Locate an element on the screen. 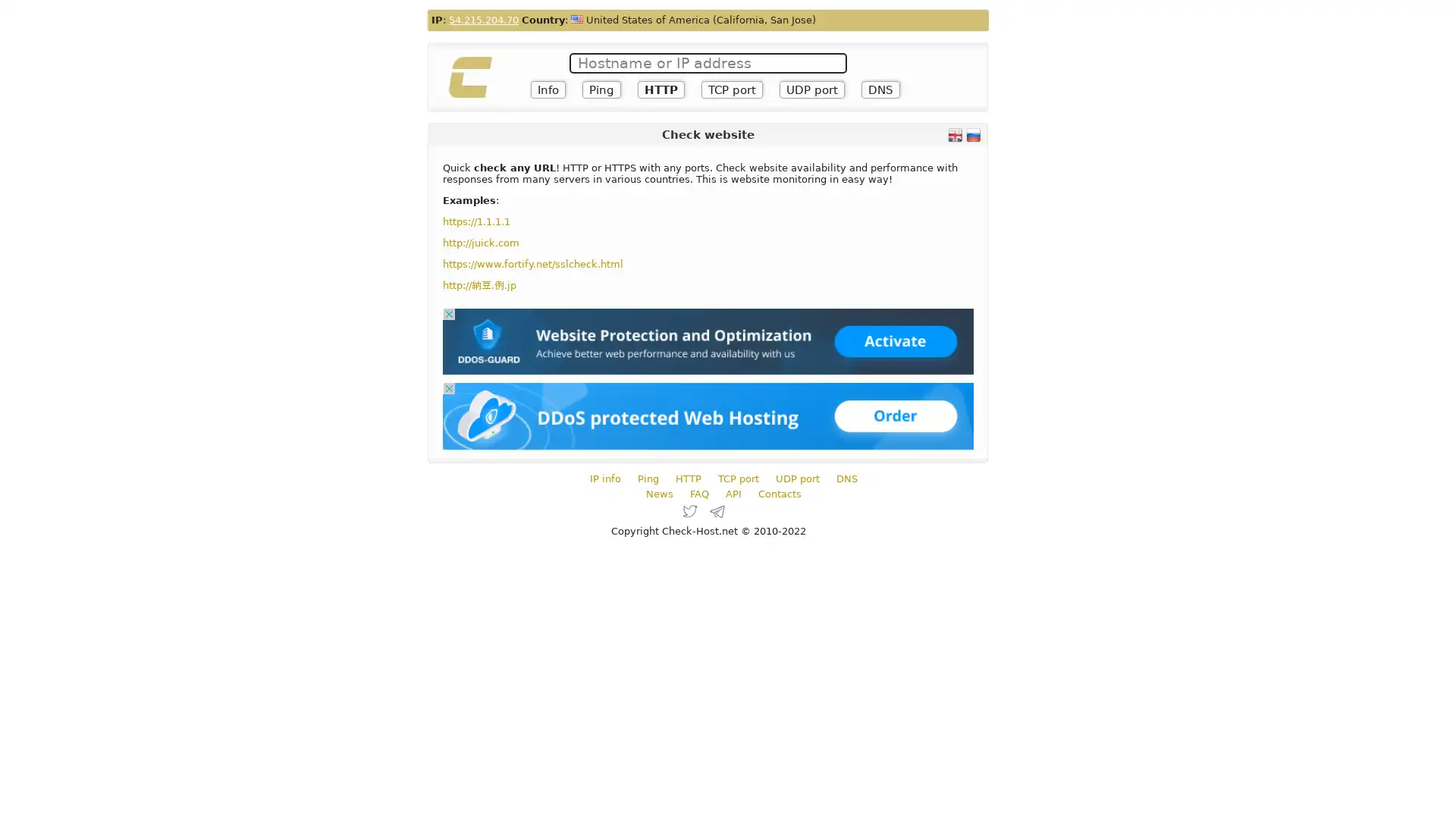 The image size is (1456, 819). UDP port is located at coordinates (811, 89).